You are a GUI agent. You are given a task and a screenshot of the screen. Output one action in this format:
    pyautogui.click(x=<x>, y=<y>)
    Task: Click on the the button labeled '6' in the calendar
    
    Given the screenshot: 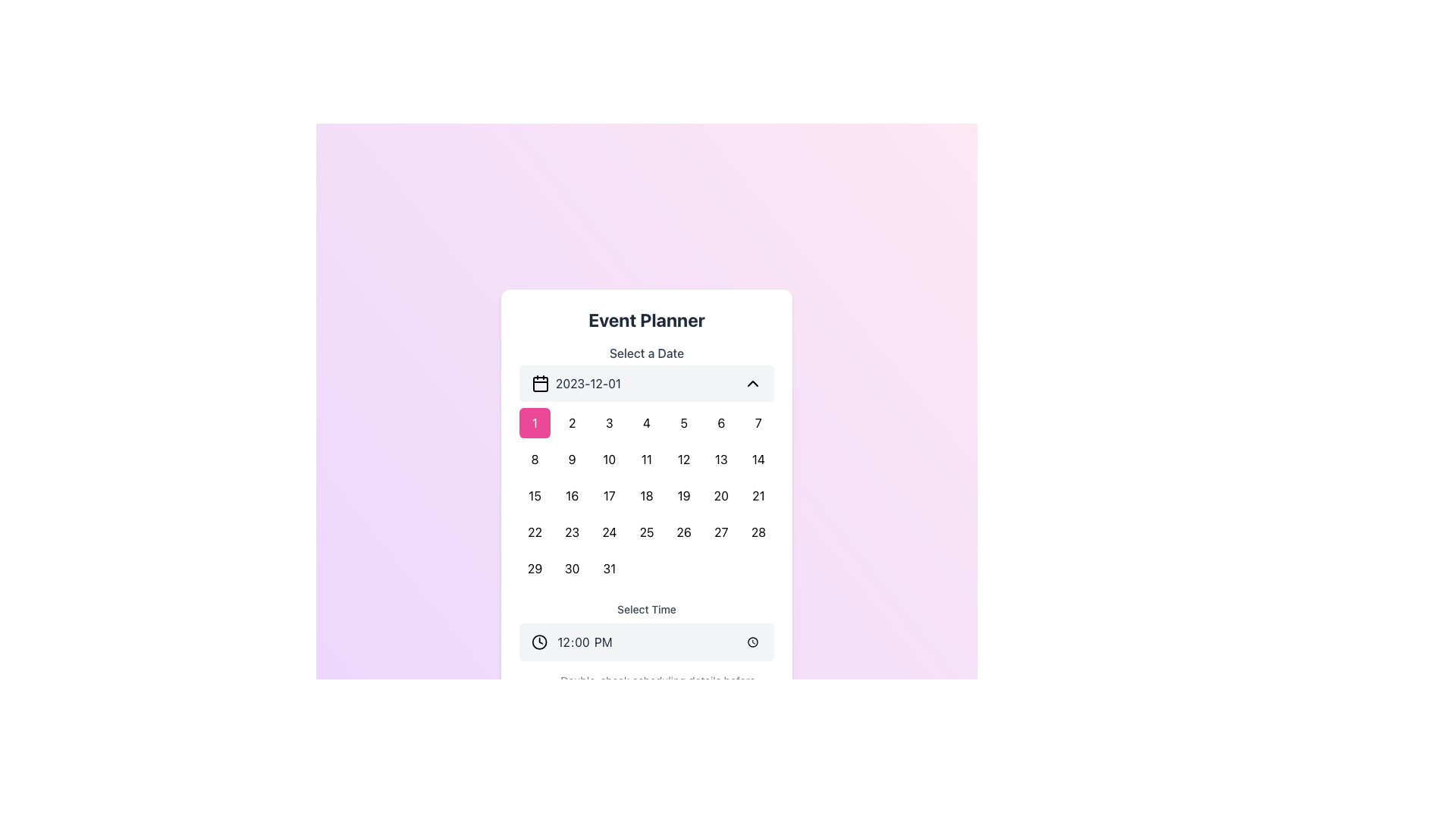 What is the action you would take?
    pyautogui.click(x=720, y=423)
    